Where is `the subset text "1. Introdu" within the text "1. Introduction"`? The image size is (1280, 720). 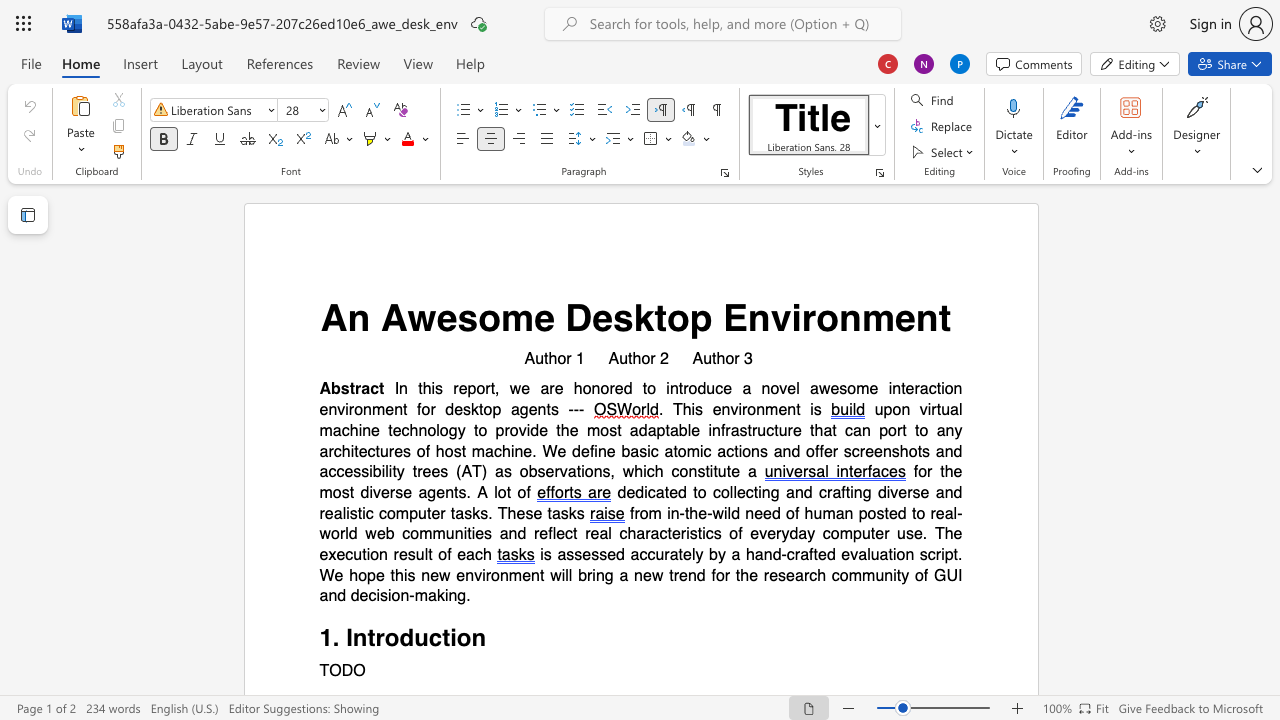 the subset text "1. Introdu" within the text "1. Introduction" is located at coordinates (318, 638).